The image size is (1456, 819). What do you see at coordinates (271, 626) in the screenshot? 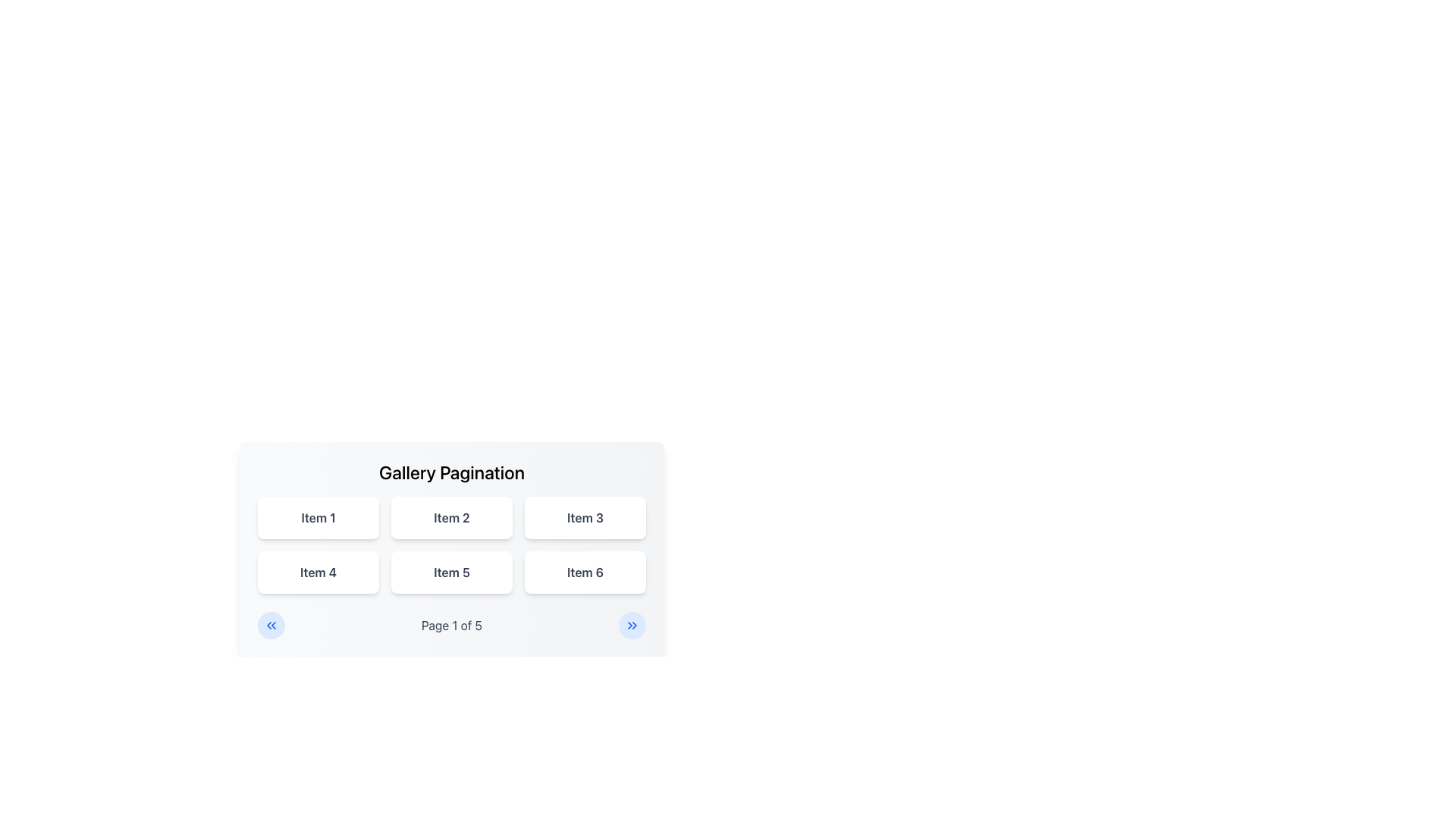
I see `the Icon within the Button that navigates to the previous page, located at the bottom-left corner of the pagination section` at bounding box center [271, 626].